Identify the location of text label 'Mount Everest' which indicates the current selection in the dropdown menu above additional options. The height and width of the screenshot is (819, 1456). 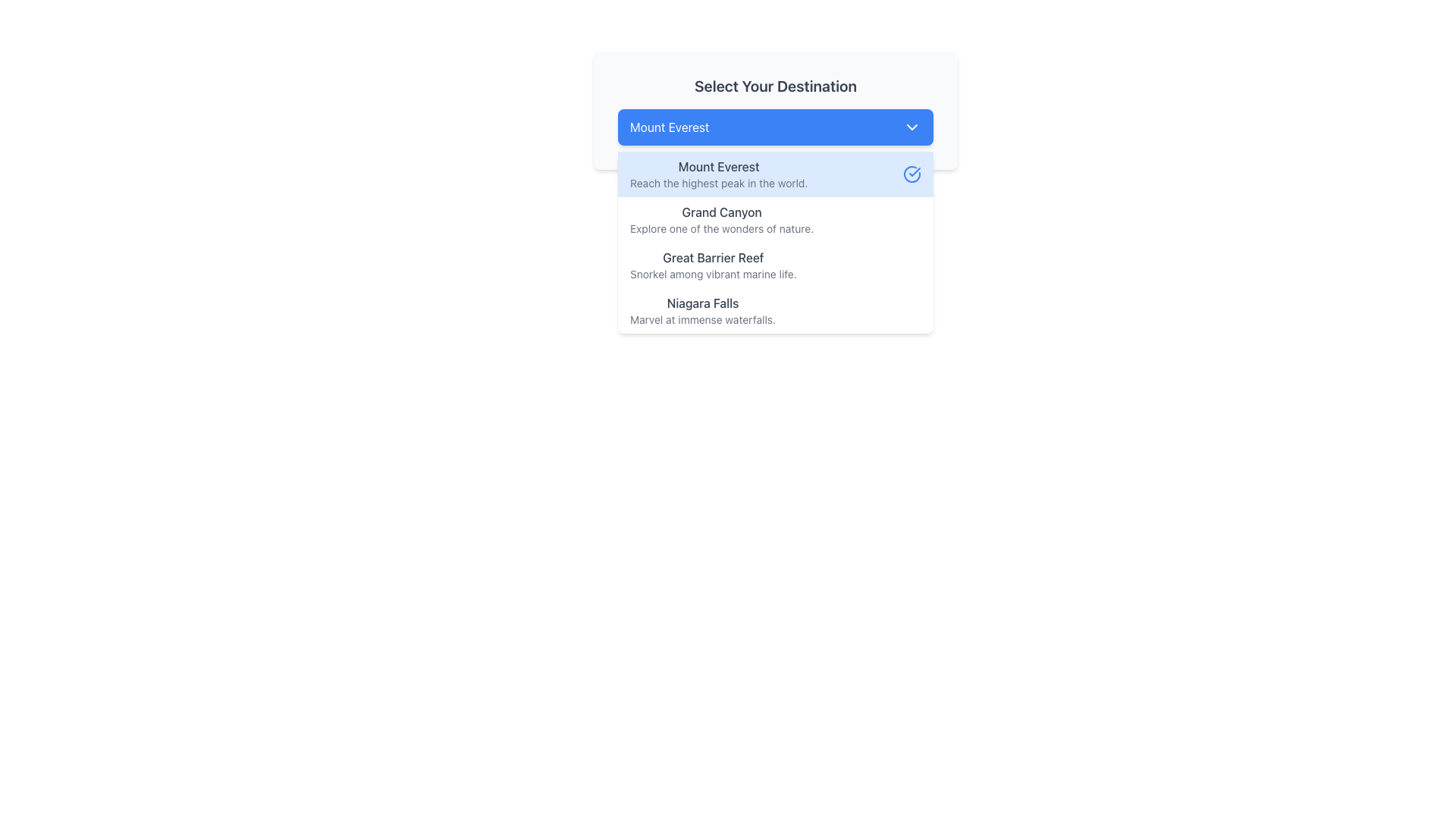
(669, 127).